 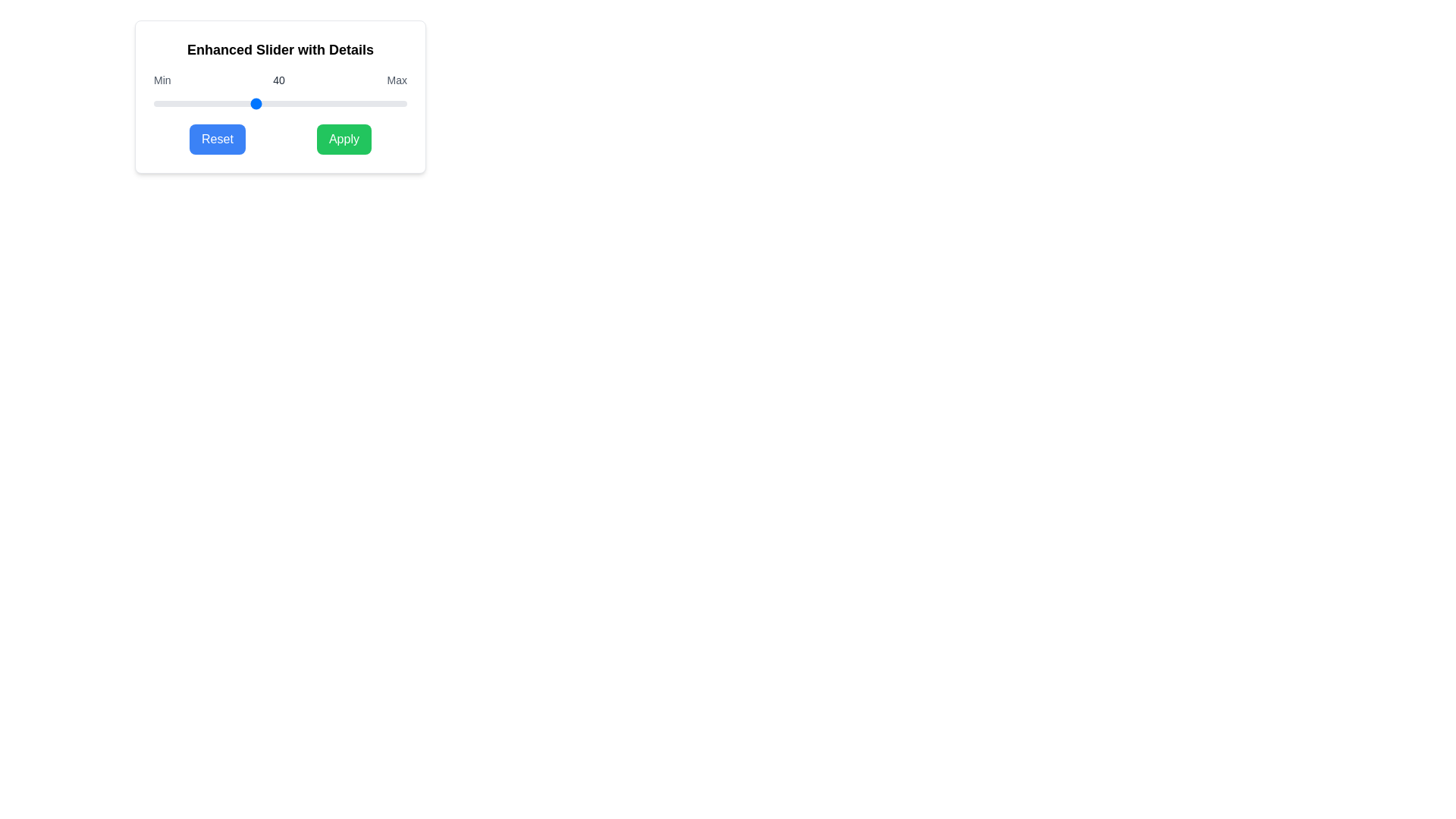 I want to click on the slider, so click(x=211, y=103).